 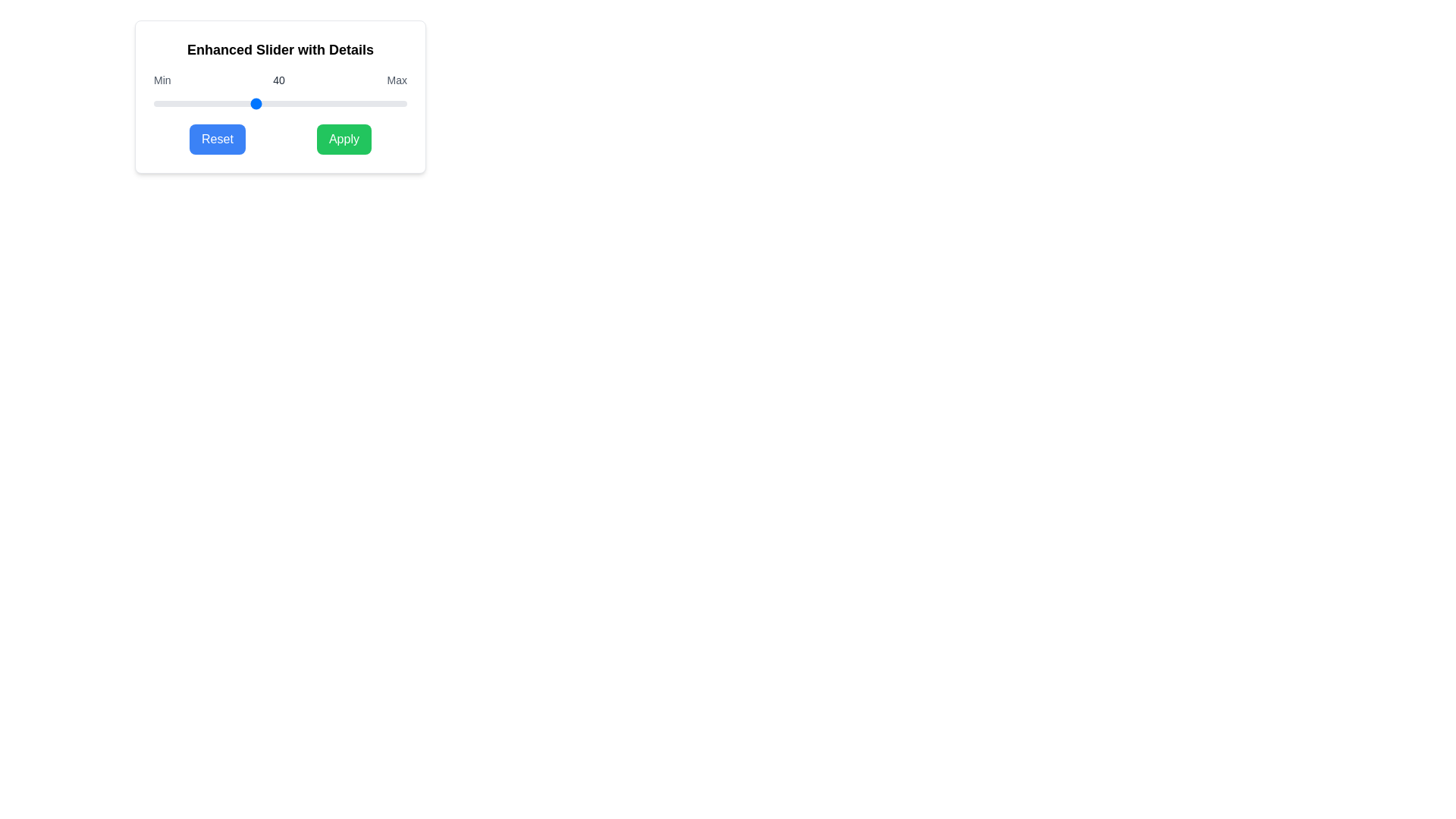 I want to click on the slider, so click(x=211, y=103).